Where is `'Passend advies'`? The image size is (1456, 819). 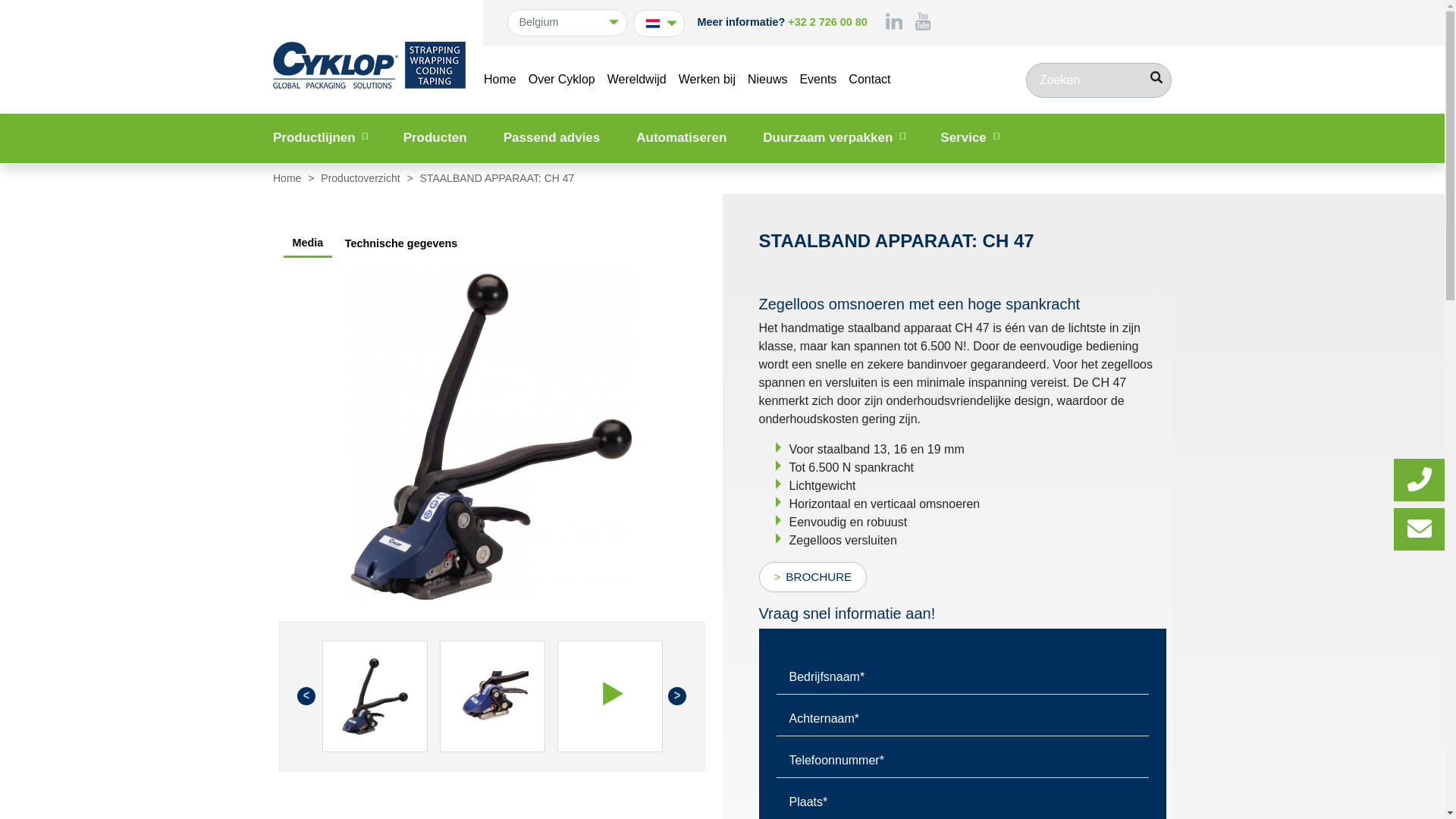 'Passend advies' is located at coordinates (551, 137).